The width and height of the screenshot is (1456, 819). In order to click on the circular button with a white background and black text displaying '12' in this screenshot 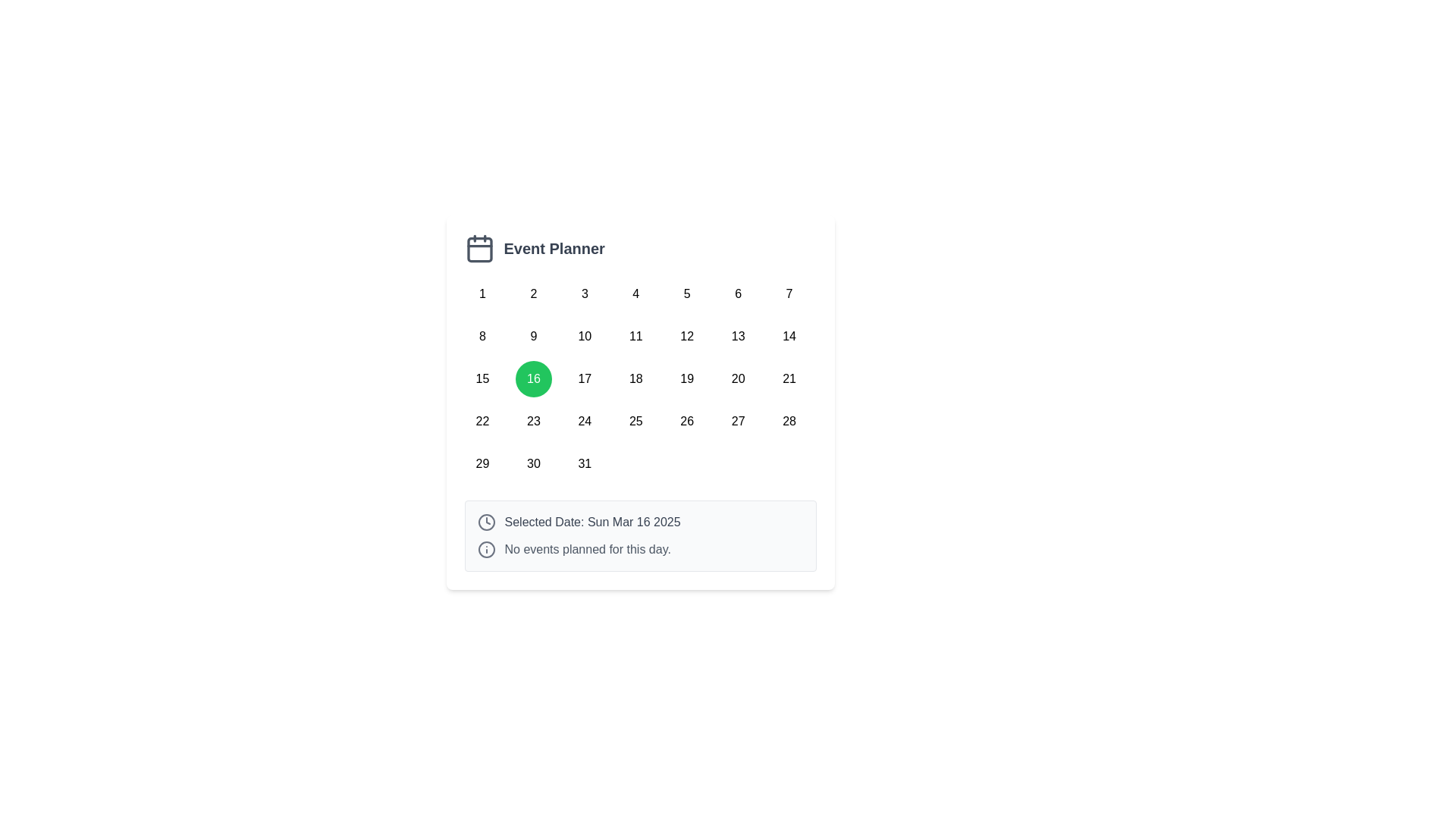, I will do `click(686, 335)`.